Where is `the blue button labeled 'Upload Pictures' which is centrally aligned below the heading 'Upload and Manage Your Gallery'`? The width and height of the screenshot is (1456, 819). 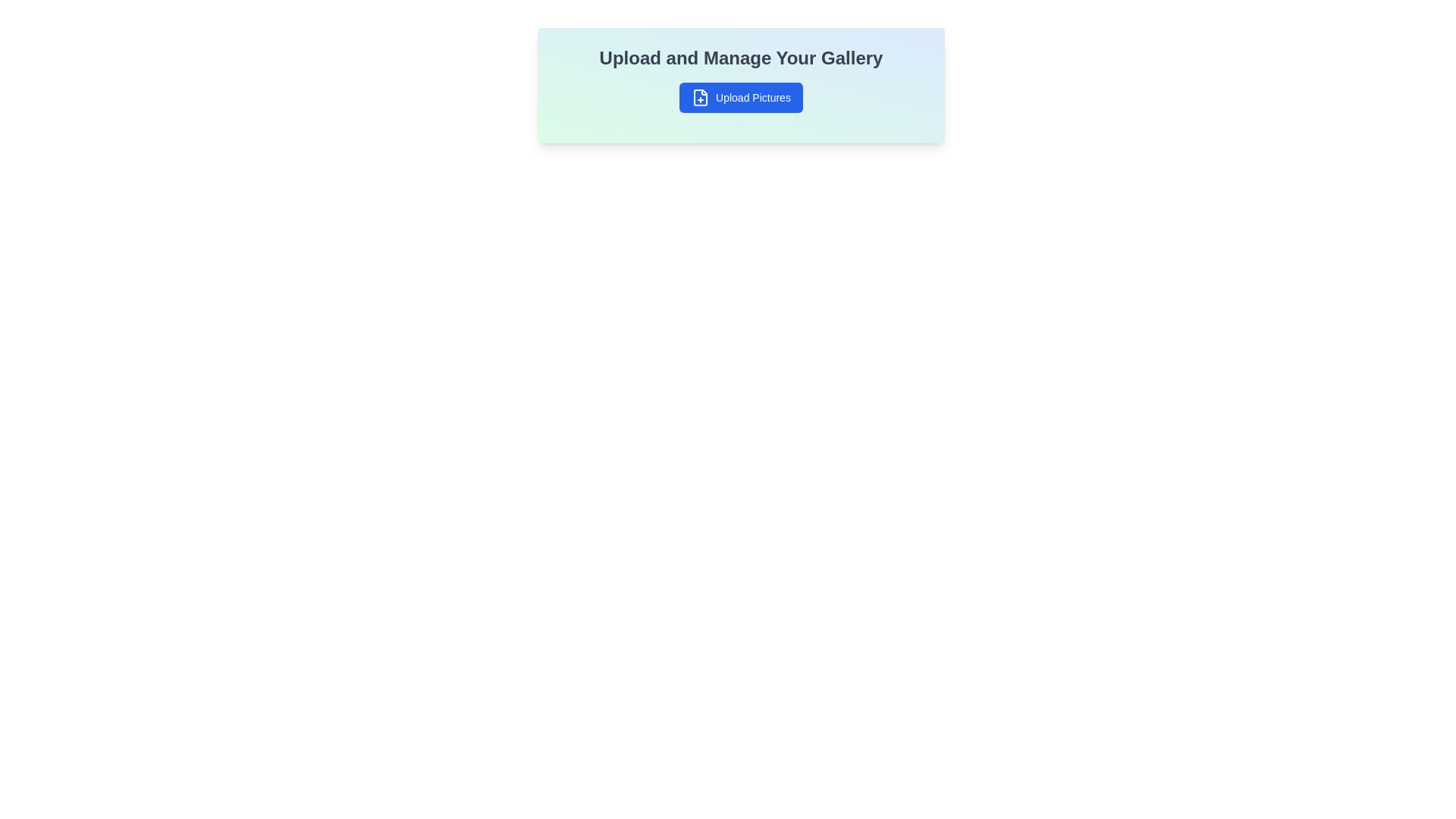 the blue button labeled 'Upload Pictures' which is centrally aligned below the heading 'Upload and Manage Your Gallery' is located at coordinates (741, 97).